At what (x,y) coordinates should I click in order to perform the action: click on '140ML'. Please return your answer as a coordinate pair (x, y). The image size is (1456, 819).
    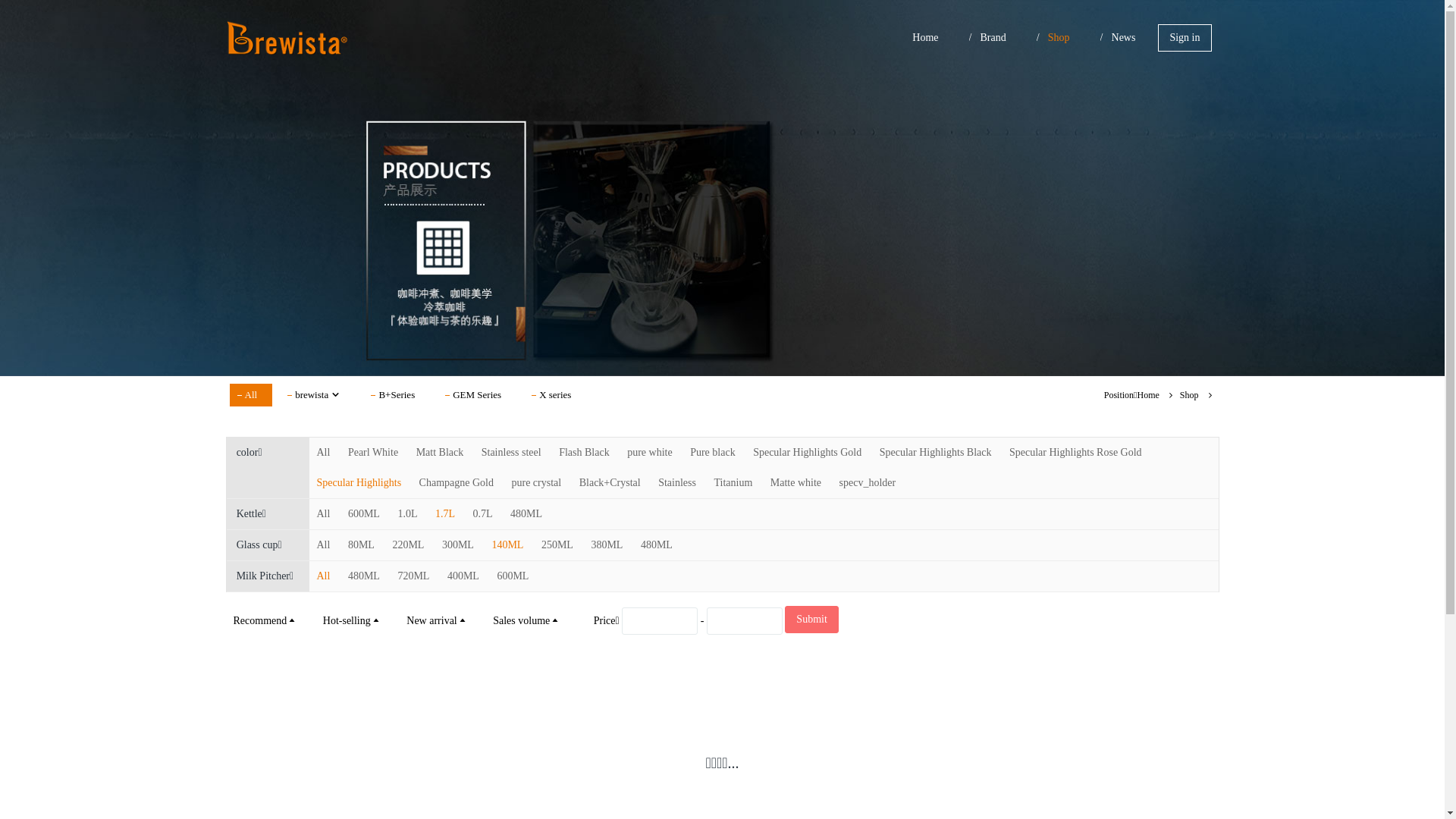
    Looking at the image, I should click on (507, 544).